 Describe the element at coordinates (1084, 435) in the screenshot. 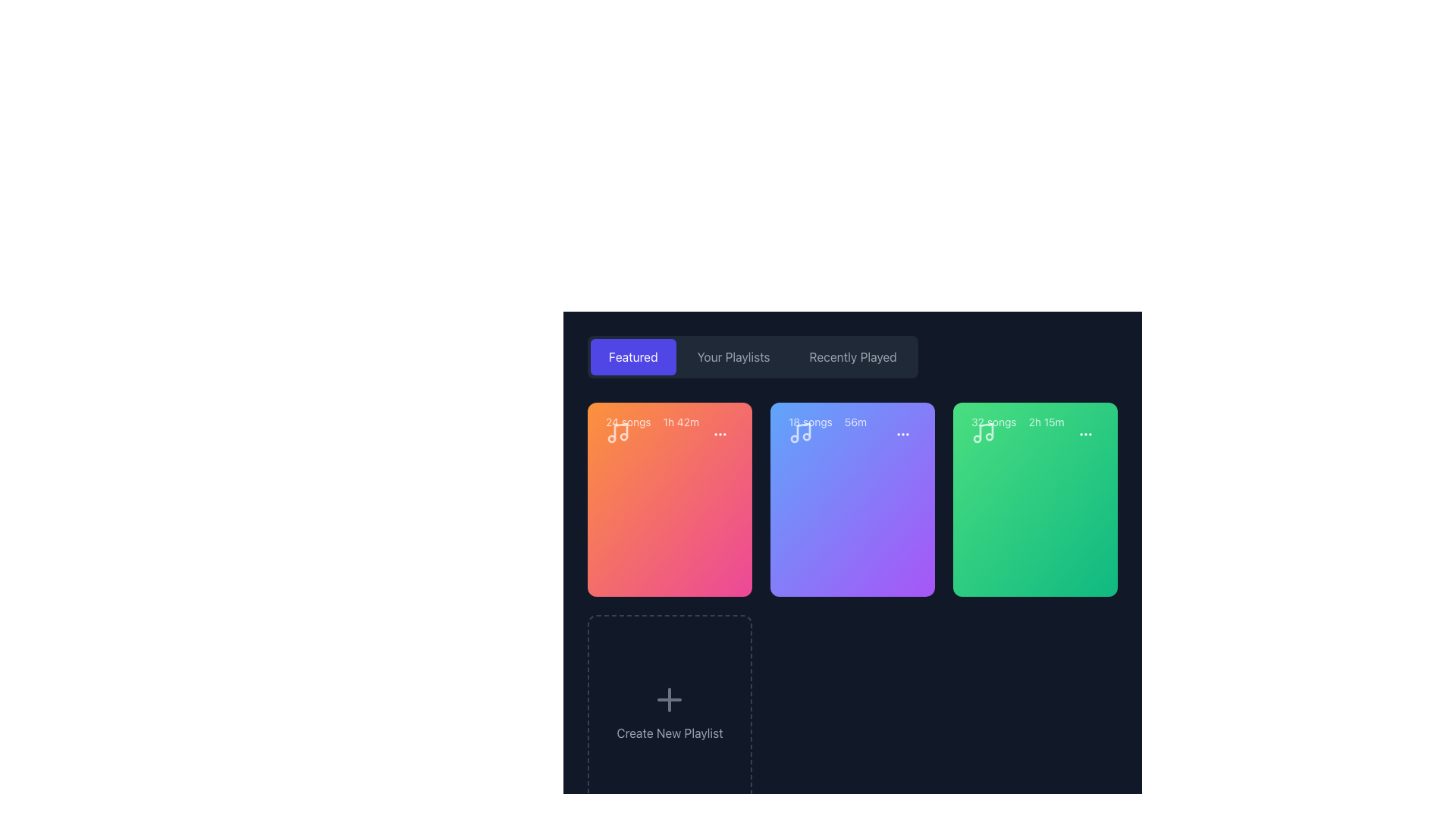

I see `the circular button in the top-right corner of the green playlist card` at that location.